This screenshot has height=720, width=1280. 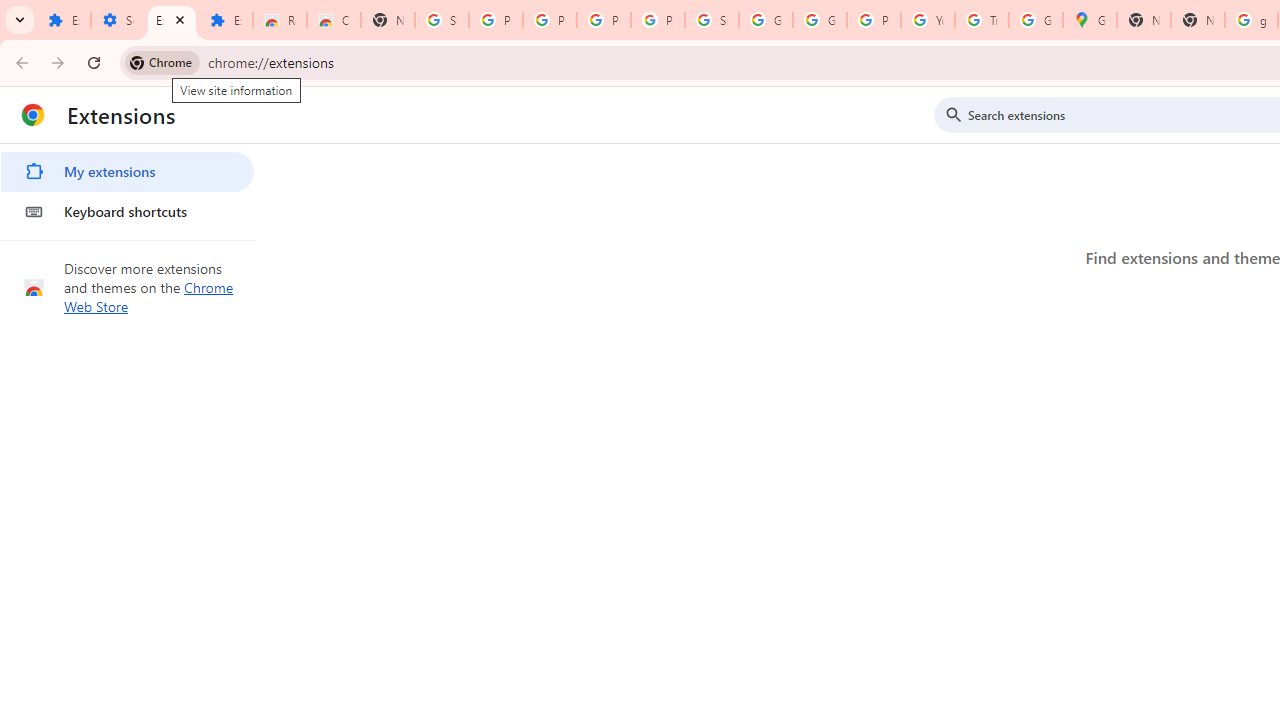 I want to click on 'Extensions', so click(x=171, y=20).